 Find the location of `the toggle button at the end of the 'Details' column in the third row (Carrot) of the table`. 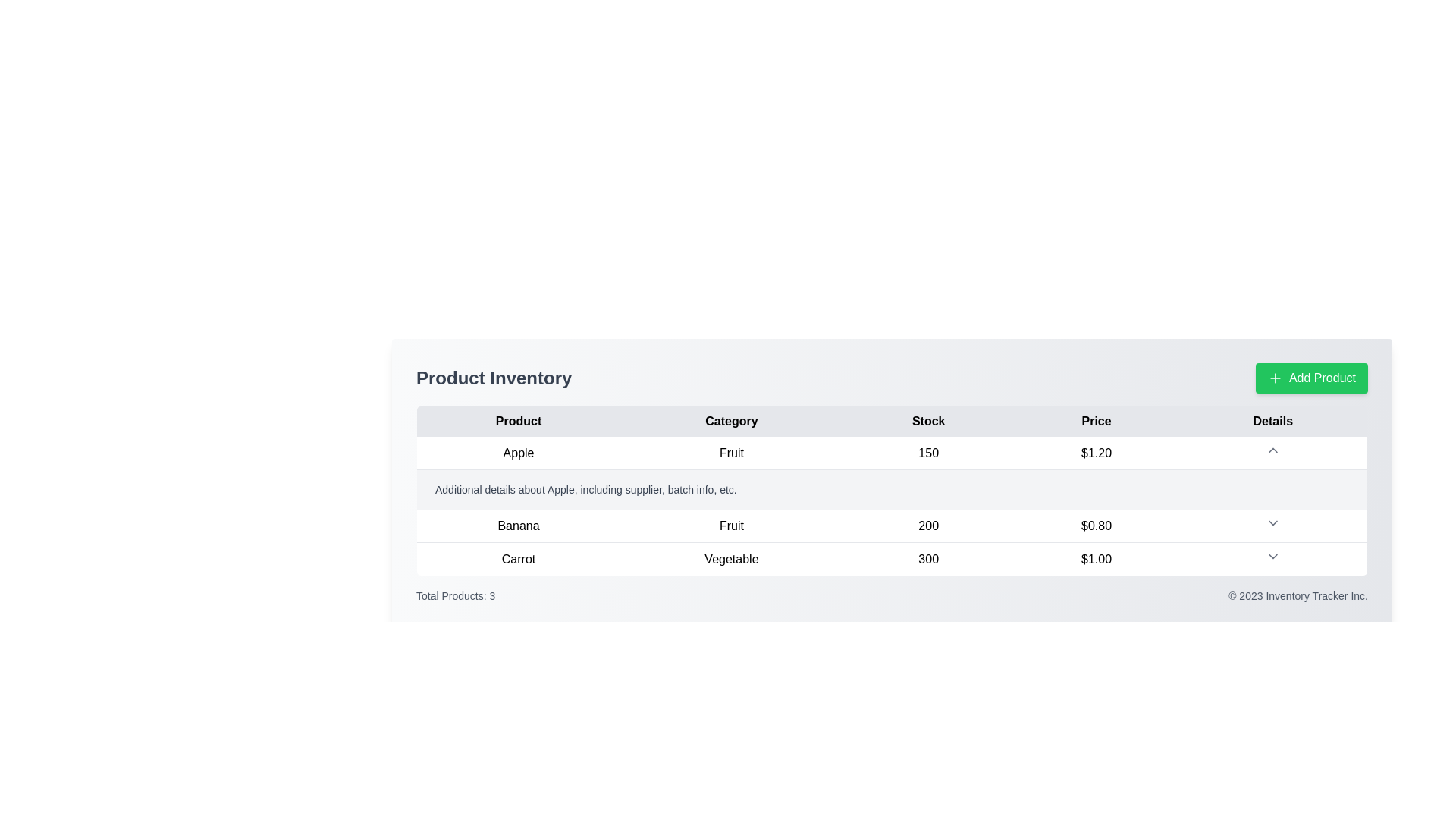

the toggle button at the end of the 'Details' column in the third row (Carrot) of the table is located at coordinates (1272, 556).